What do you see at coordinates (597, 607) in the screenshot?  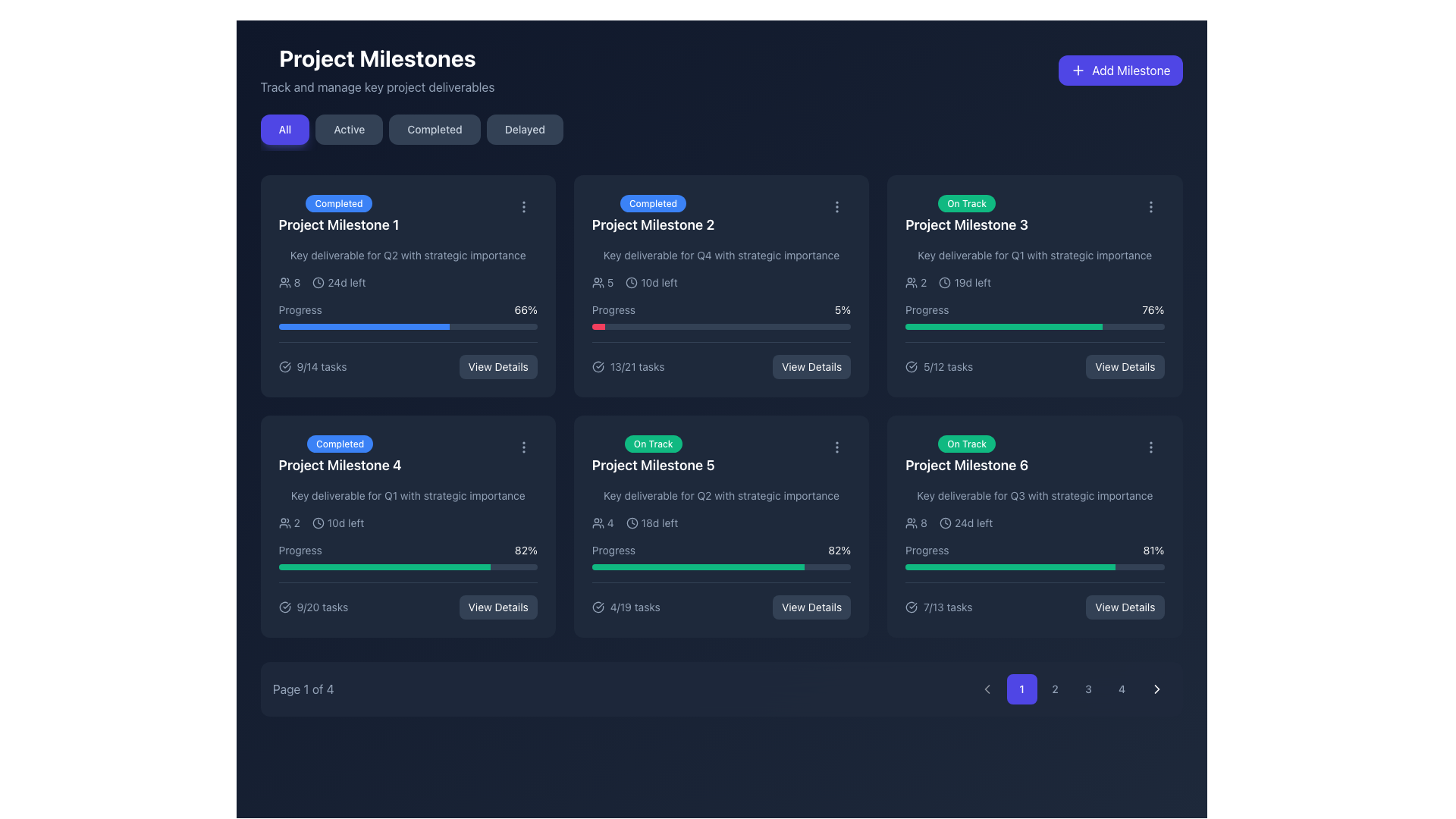 I see `the circular check icon located within the 'Project Milestone 5' card, positioned left of the text '4/19 tasks'` at bounding box center [597, 607].